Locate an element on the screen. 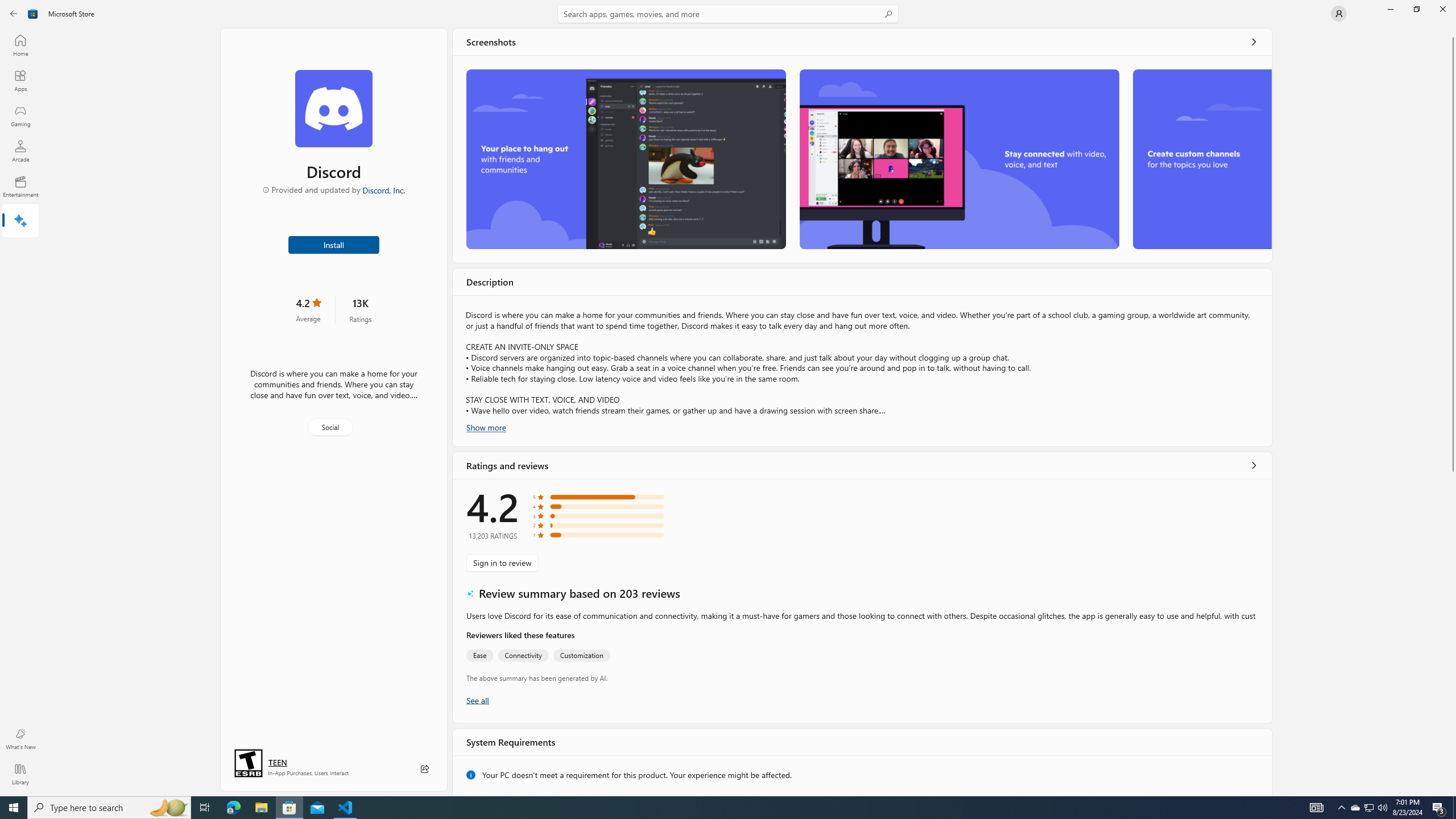 This screenshot has height=819, width=1456. 'Social' is located at coordinates (329, 427).